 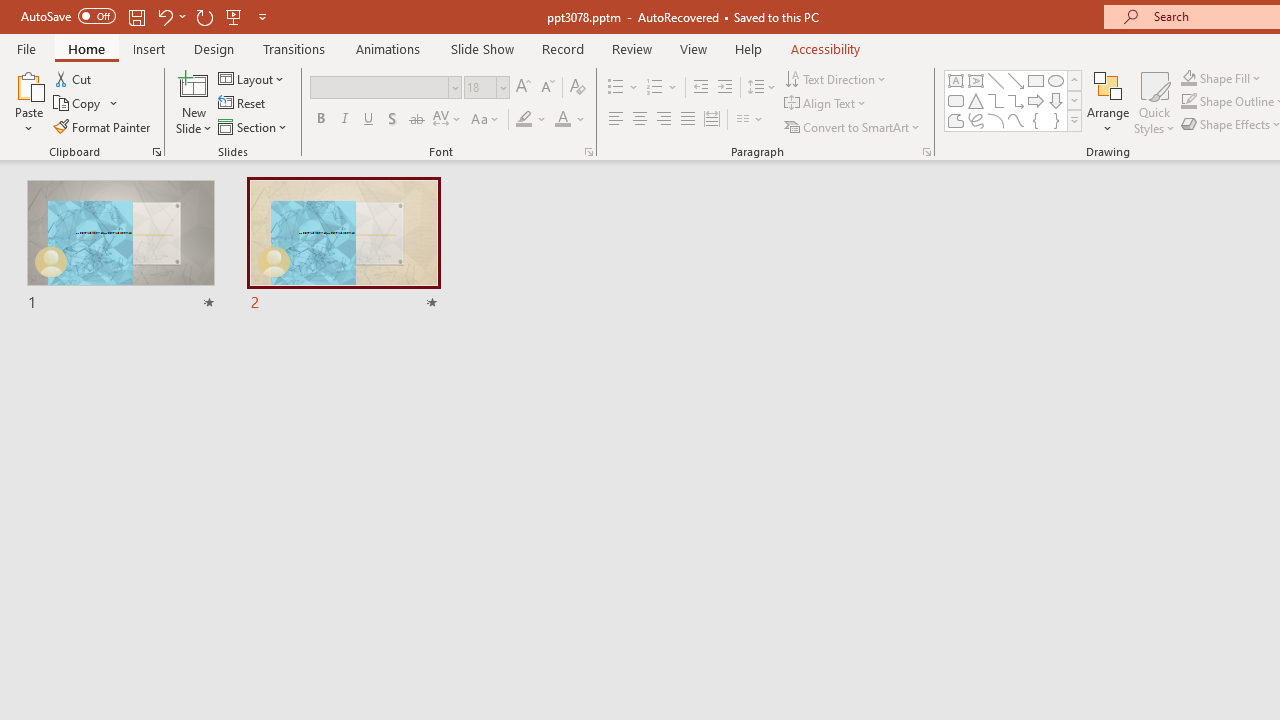 What do you see at coordinates (561, 119) in the screenshot?
I see `'Font Color Red'` at bounding box center [561, 119].